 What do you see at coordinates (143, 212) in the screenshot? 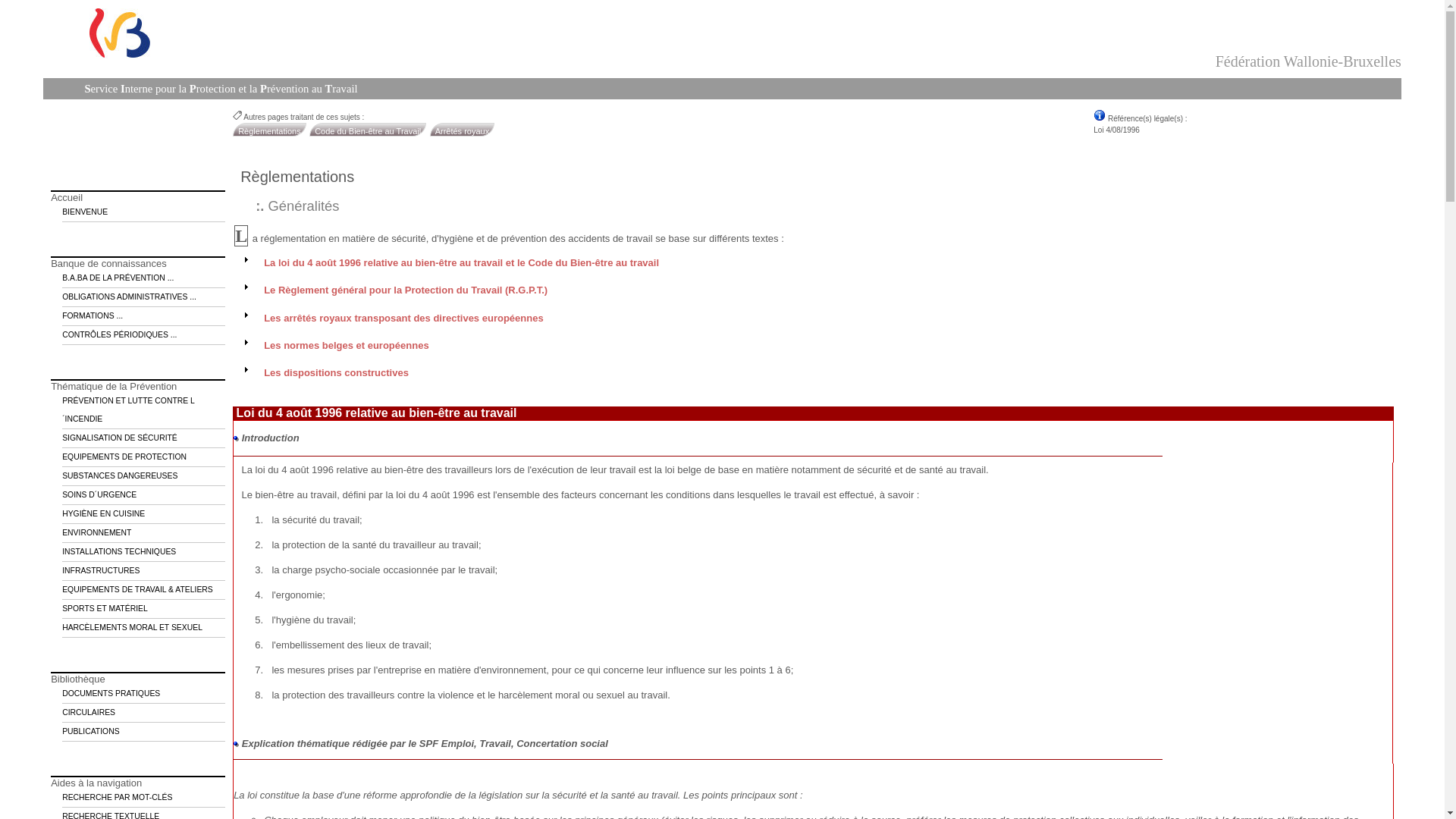
I see `'BIENVENUE'` at bounding box center [143, 212].